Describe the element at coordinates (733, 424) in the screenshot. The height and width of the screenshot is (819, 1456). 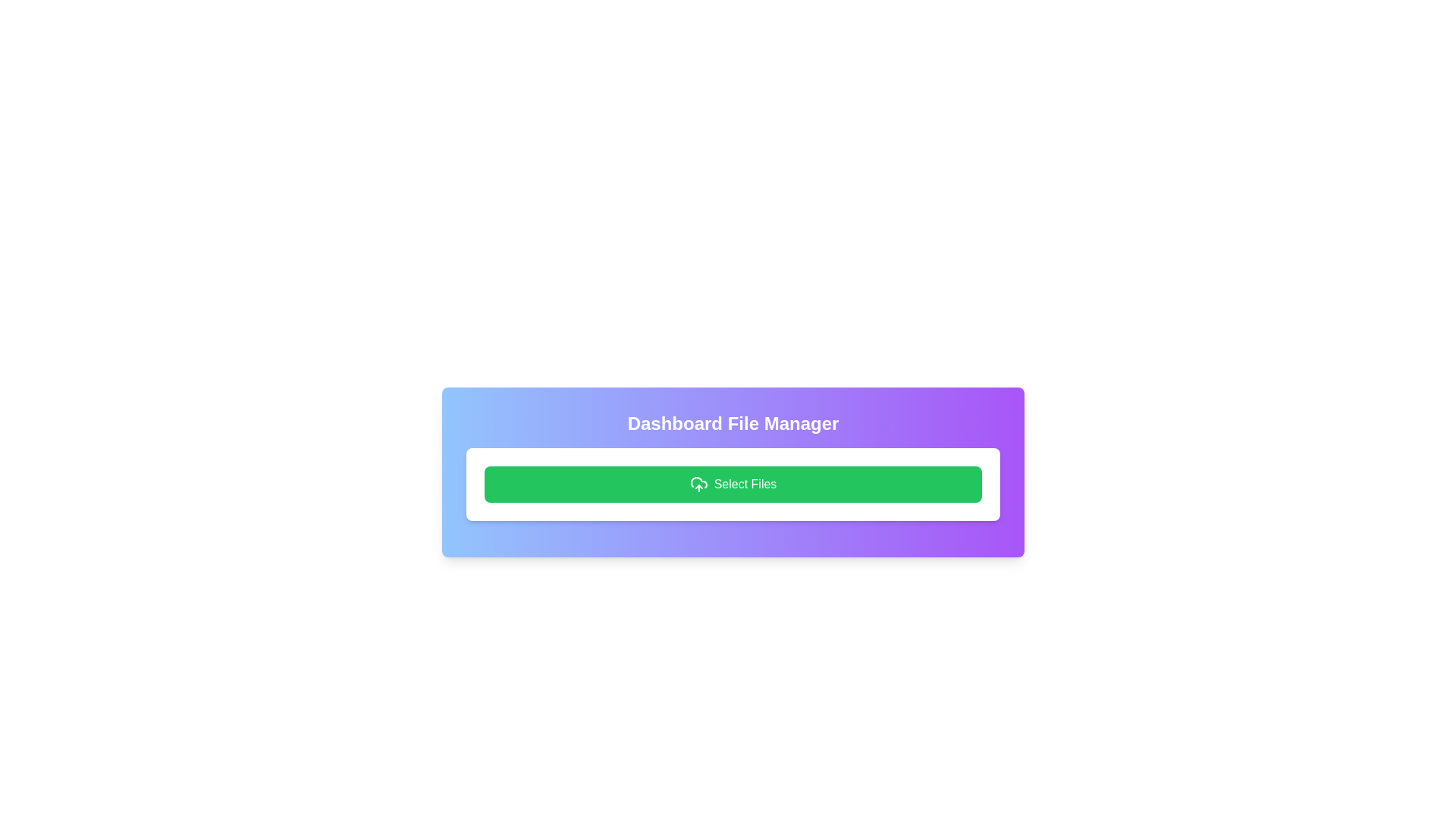
I see `the 'Dashboard File Manager' header text, which is a bold, white label centered on a gradient background transitioning from blue to purple` at that location.